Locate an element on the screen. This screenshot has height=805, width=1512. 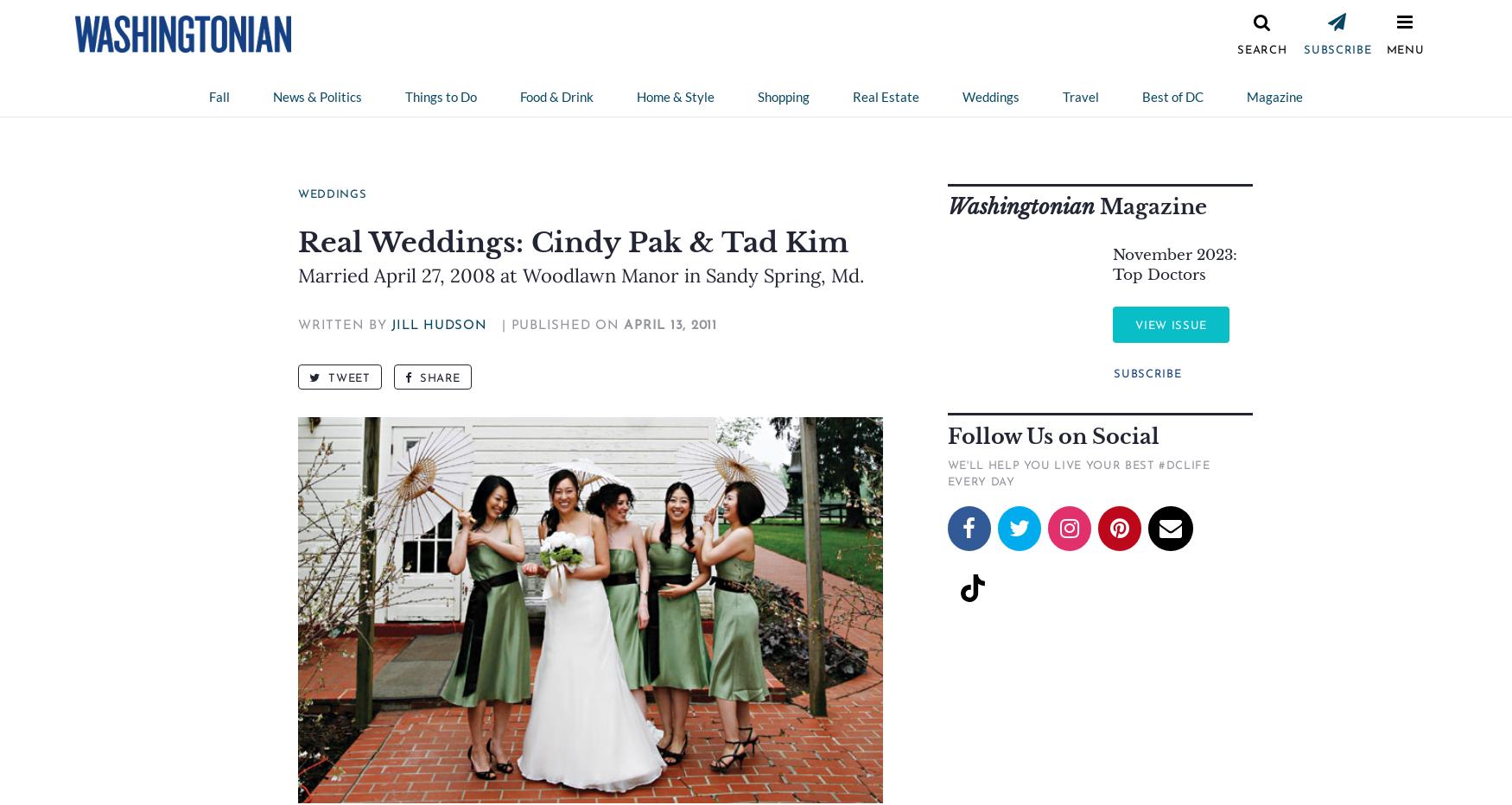
'News & Politics' is located at coordinates (317, 97).